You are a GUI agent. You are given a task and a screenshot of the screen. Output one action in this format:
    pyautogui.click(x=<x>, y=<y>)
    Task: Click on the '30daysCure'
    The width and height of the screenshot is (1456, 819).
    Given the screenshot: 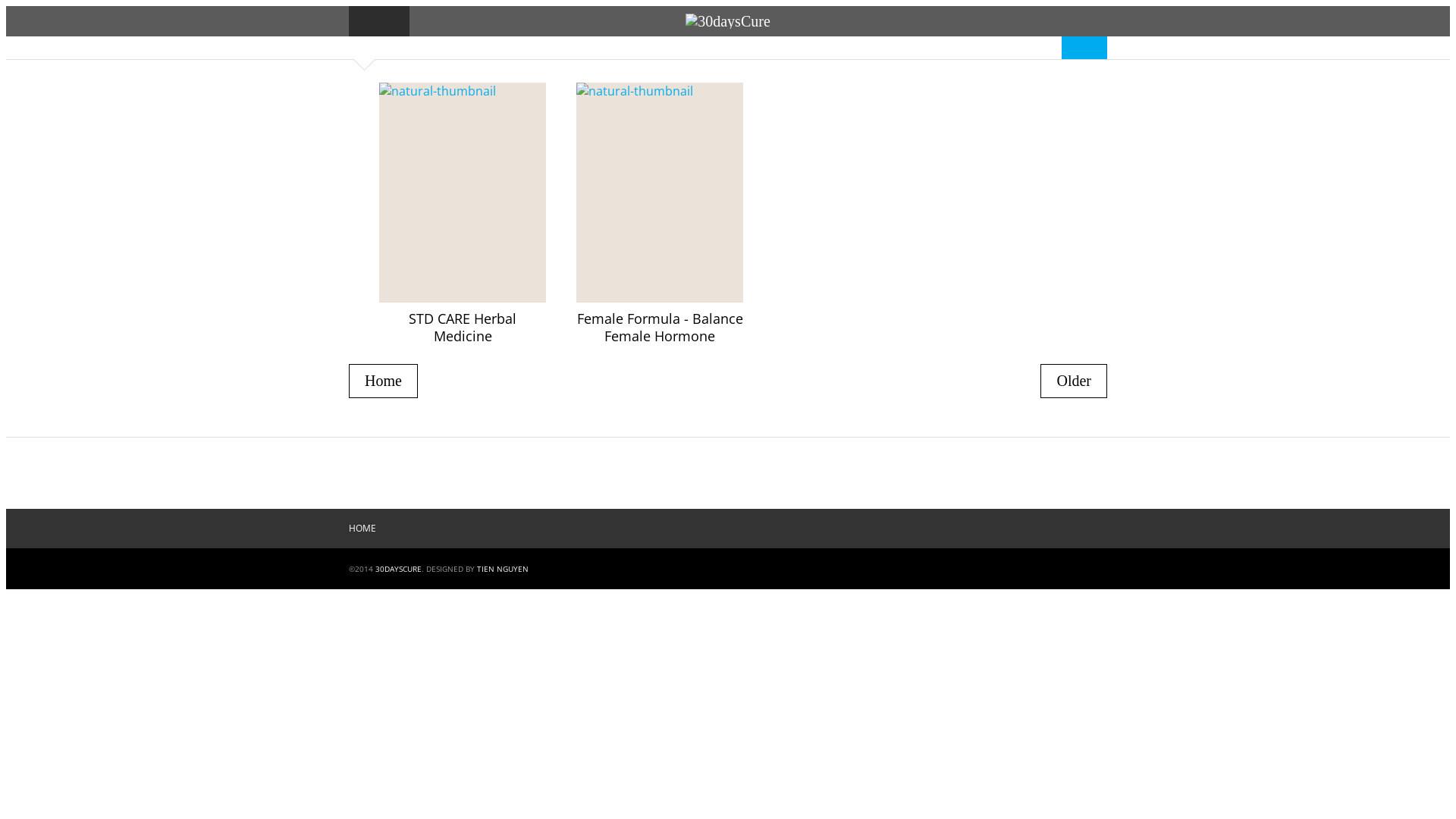 What is the action you would take?
    pyautogui.click(x=728, y=20)
    